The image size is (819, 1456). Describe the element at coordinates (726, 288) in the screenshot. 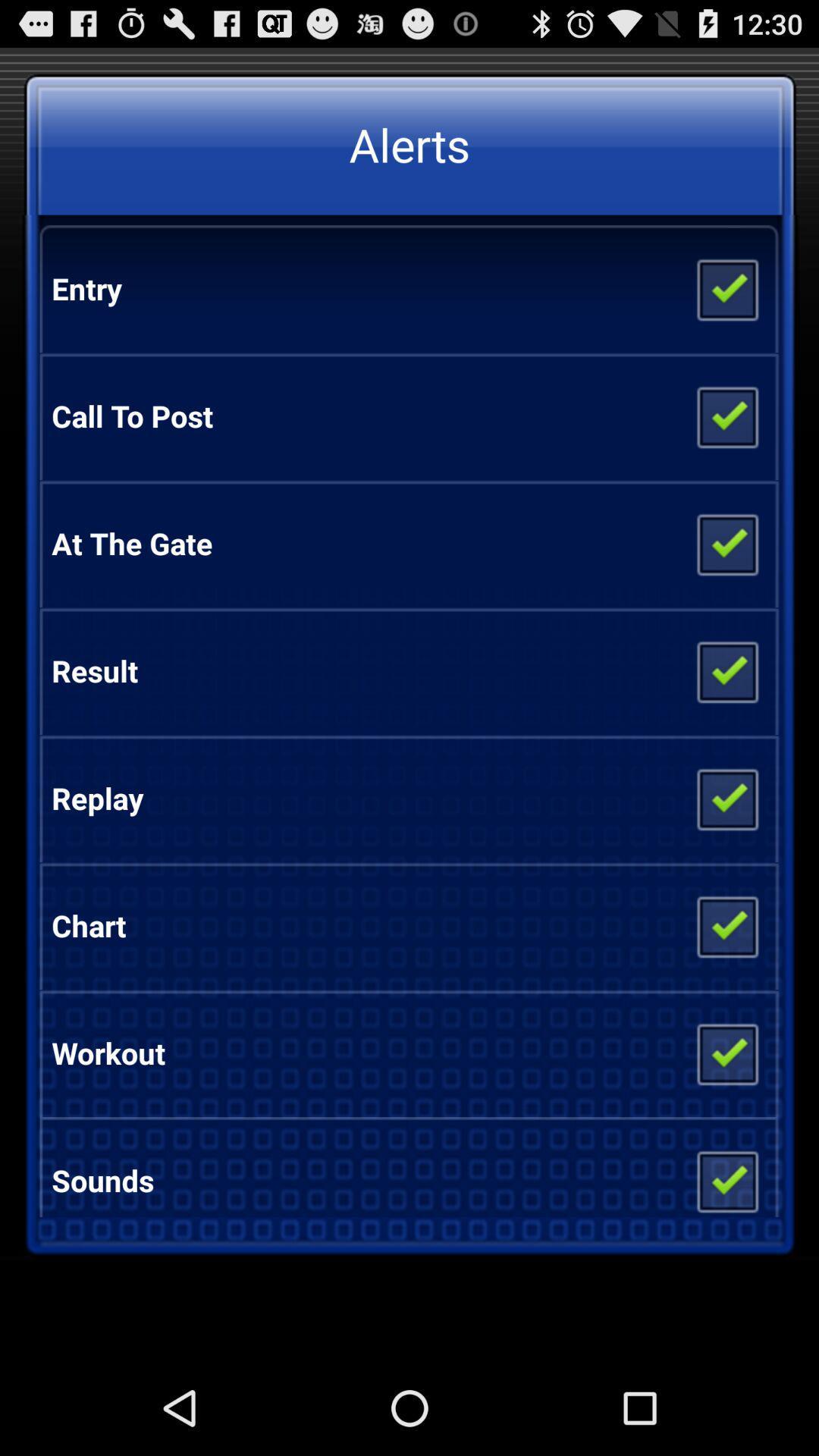

I see `entry alert` at that location.